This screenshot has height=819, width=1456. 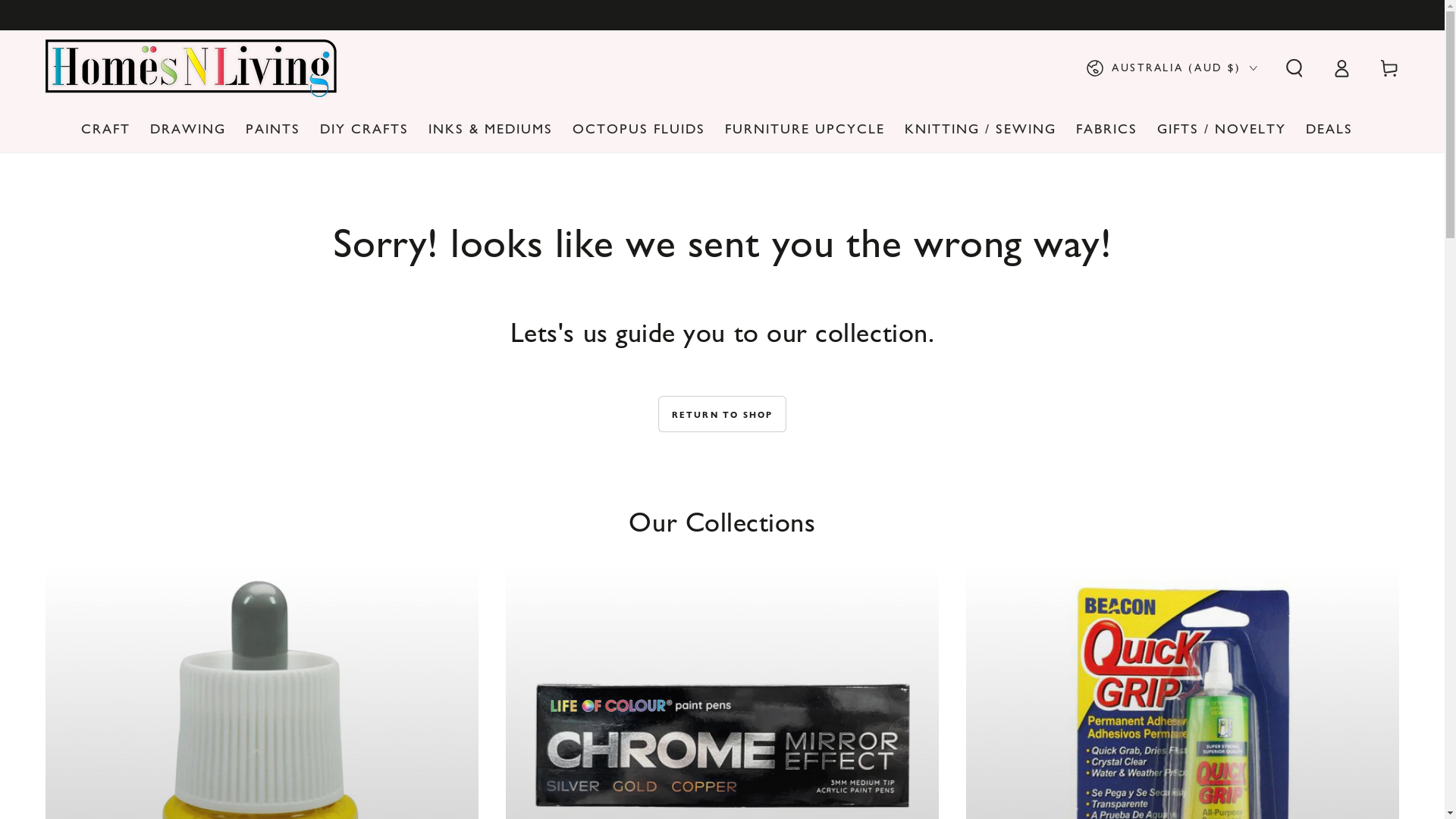 I want to click on 'INKS & MEDIUMS', so click(x=425, y=128).